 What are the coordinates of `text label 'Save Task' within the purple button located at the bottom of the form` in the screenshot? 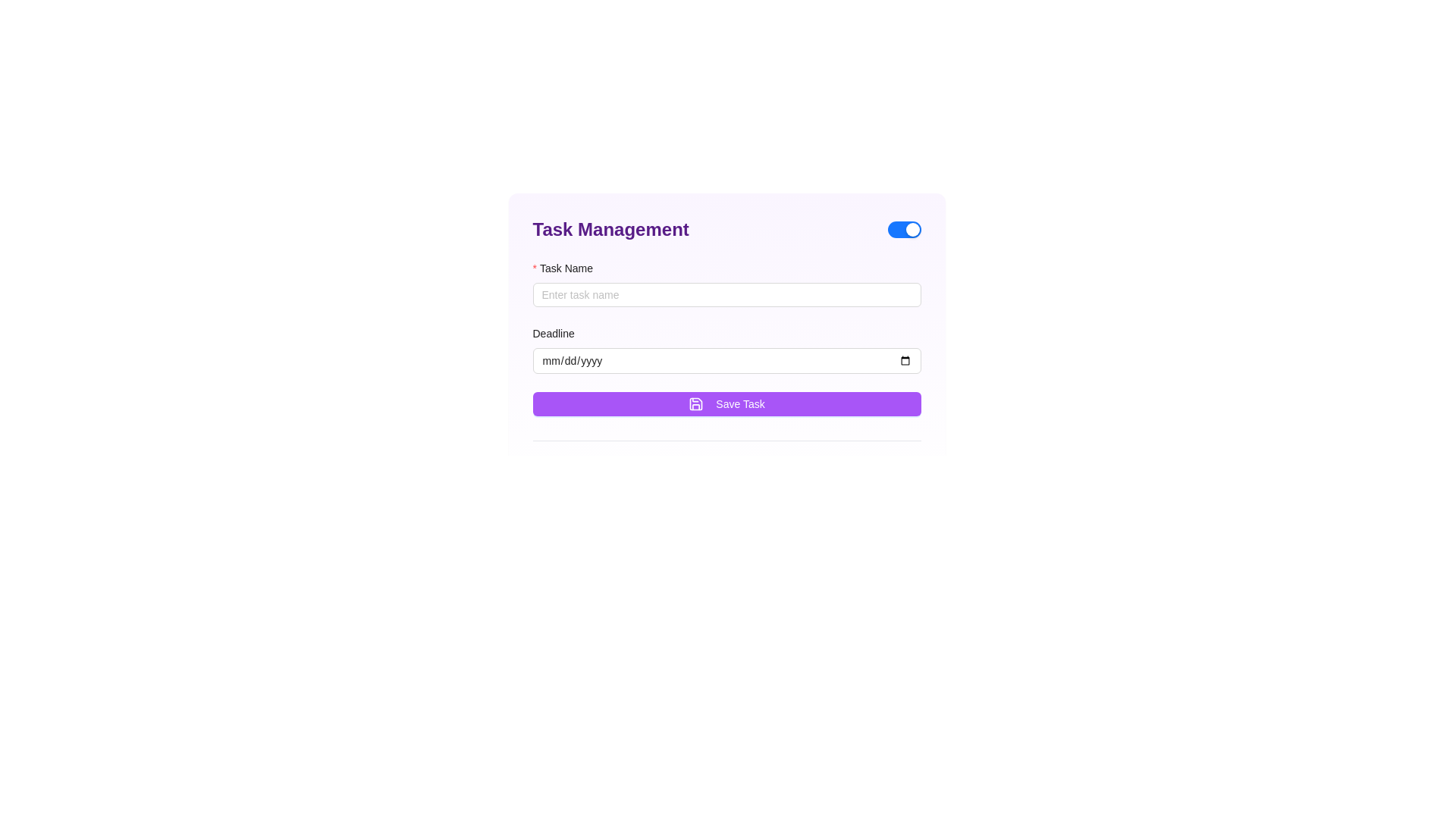 It's located at (740, 403).